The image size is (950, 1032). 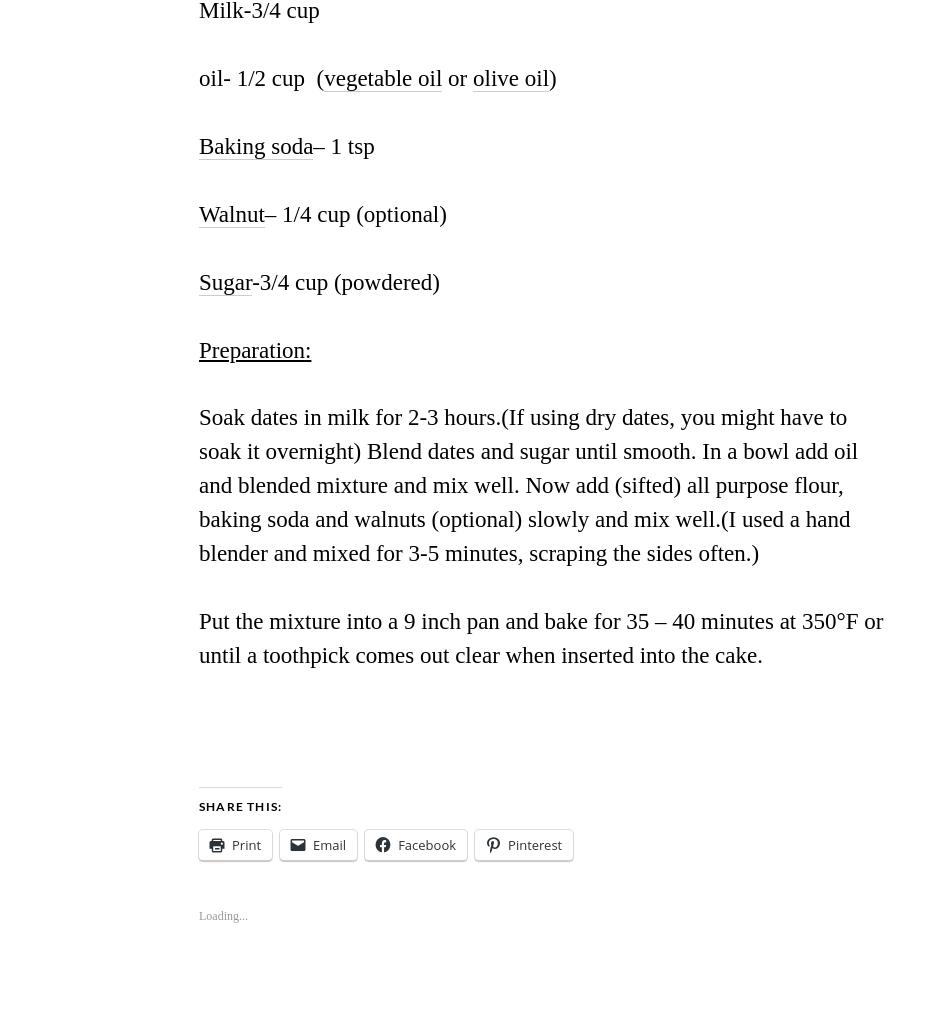 What do you see at coordinates (552, 77) in the screenshot?
I see `')'` at bounding box center [552, 77].